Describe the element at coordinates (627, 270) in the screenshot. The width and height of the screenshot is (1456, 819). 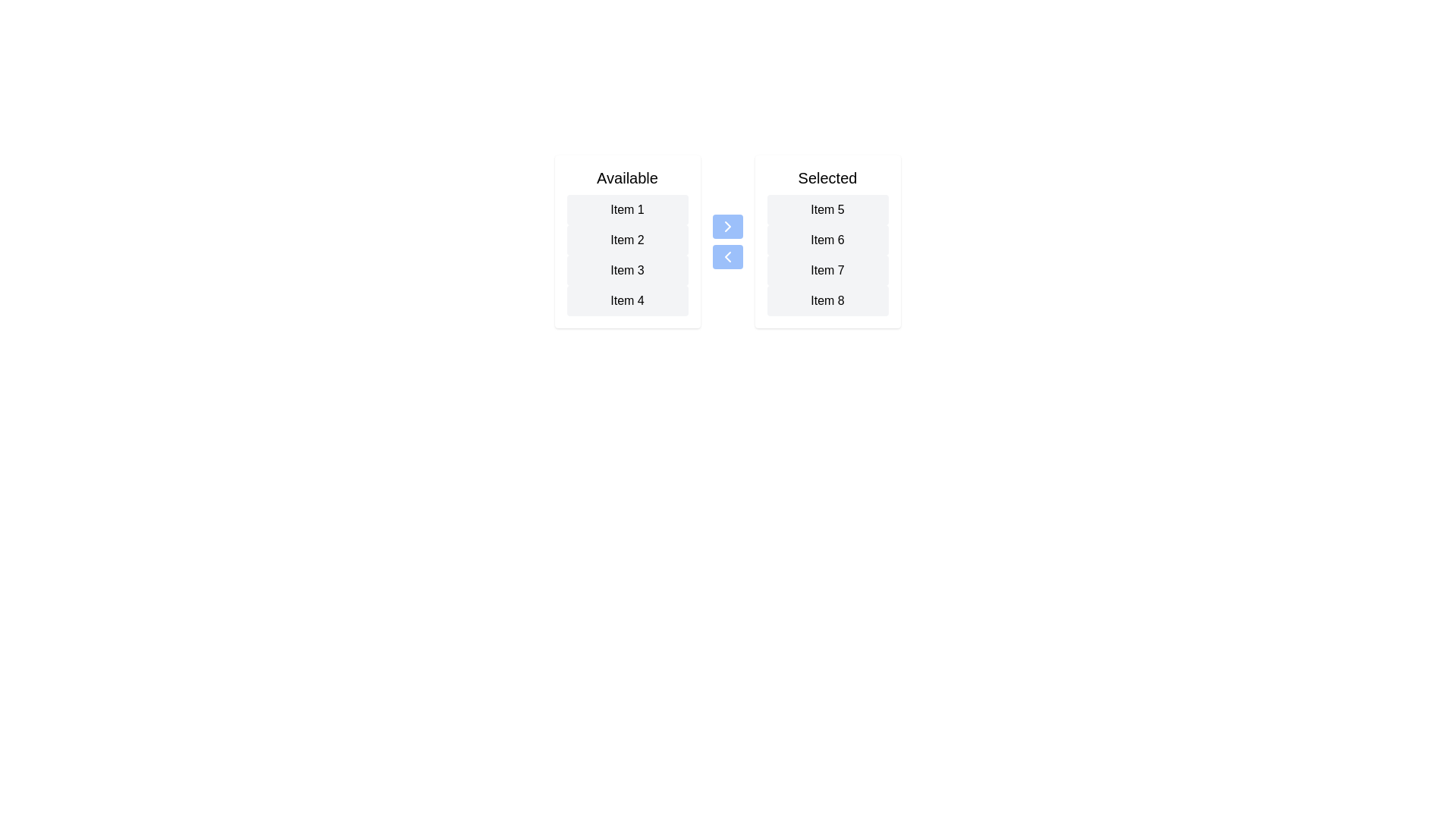
I see `the third item in the selectable list under the label 'Available'` at that location.